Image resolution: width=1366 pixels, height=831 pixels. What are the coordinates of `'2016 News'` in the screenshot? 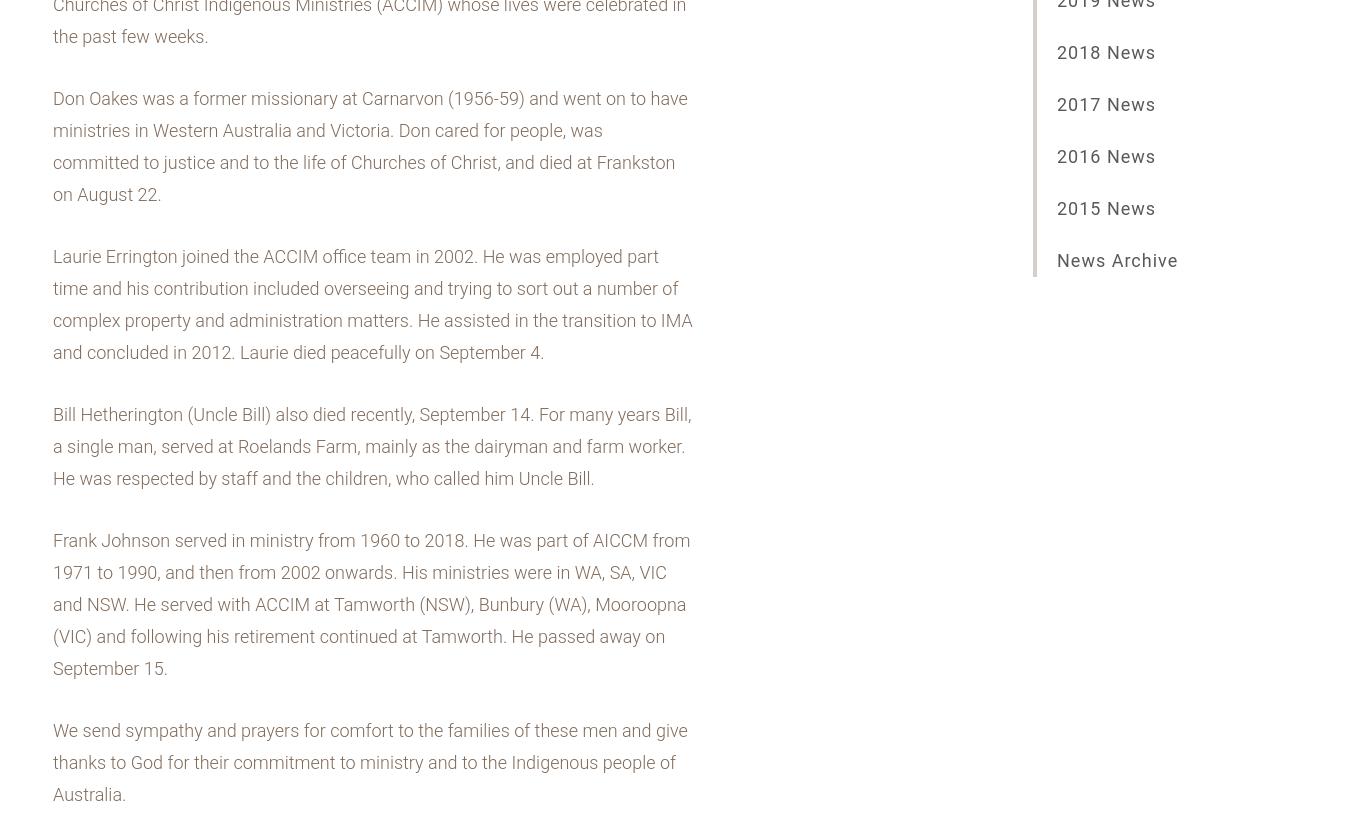 It's located at (1056, 155).